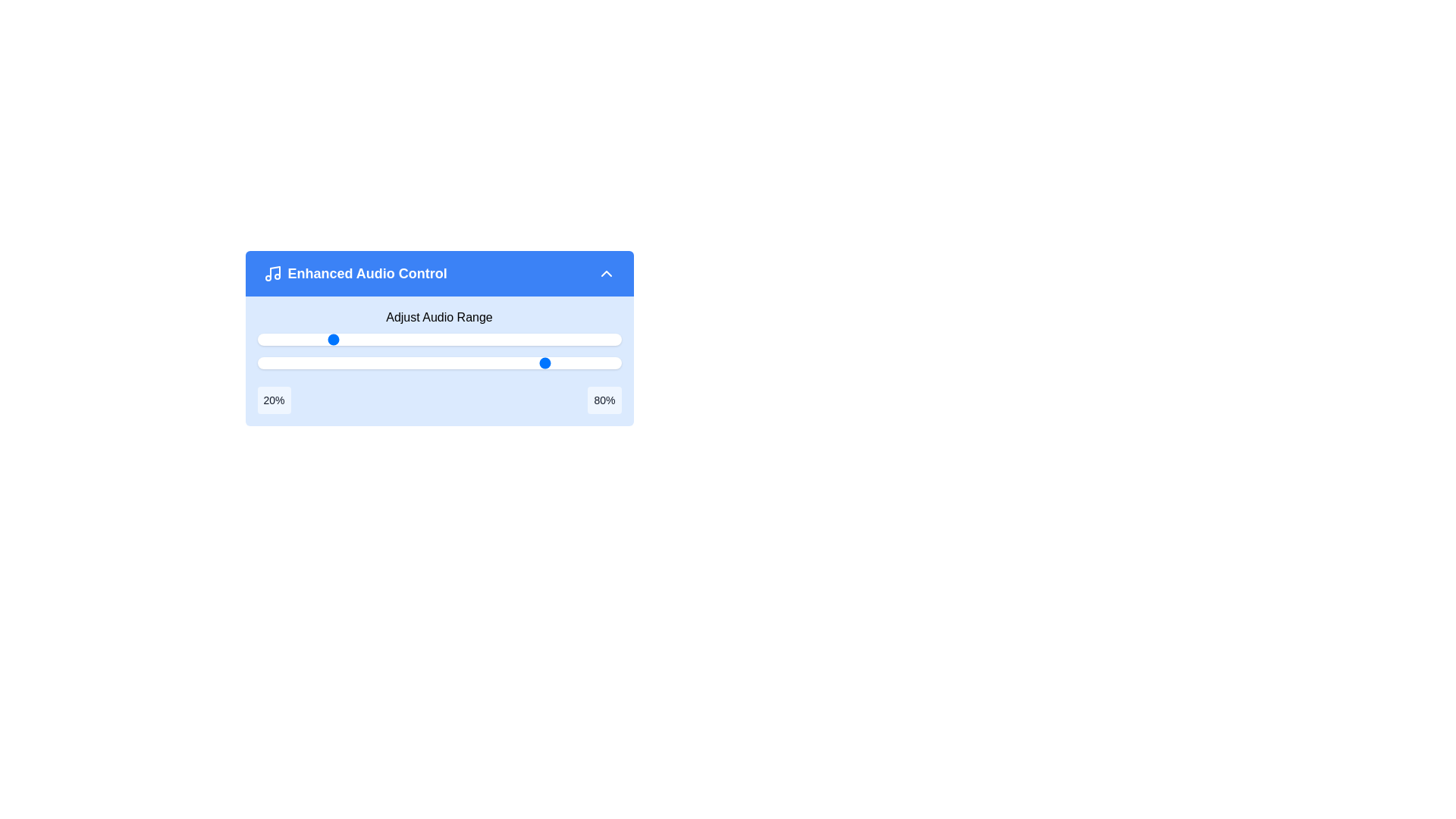 The height and width of the screenshot is (819, 1456). What do you see at coordinates (293, 362) in the screenshot?
I see `the slider` at bounding box center [293, 362].